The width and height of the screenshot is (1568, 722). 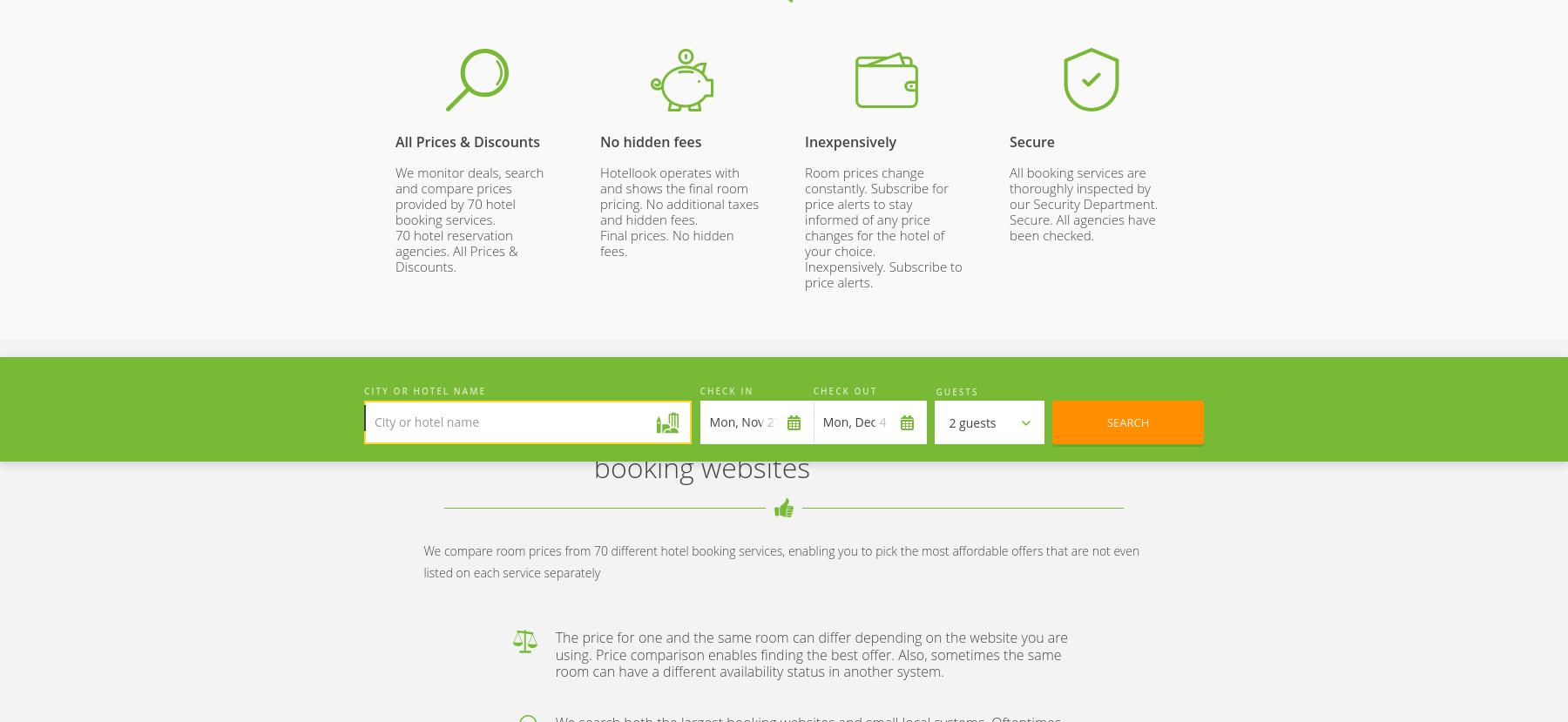 What do you see at coordinates (433, 106) in the screenshot?
I see `'252 000'` at bounding box center [433, 106].